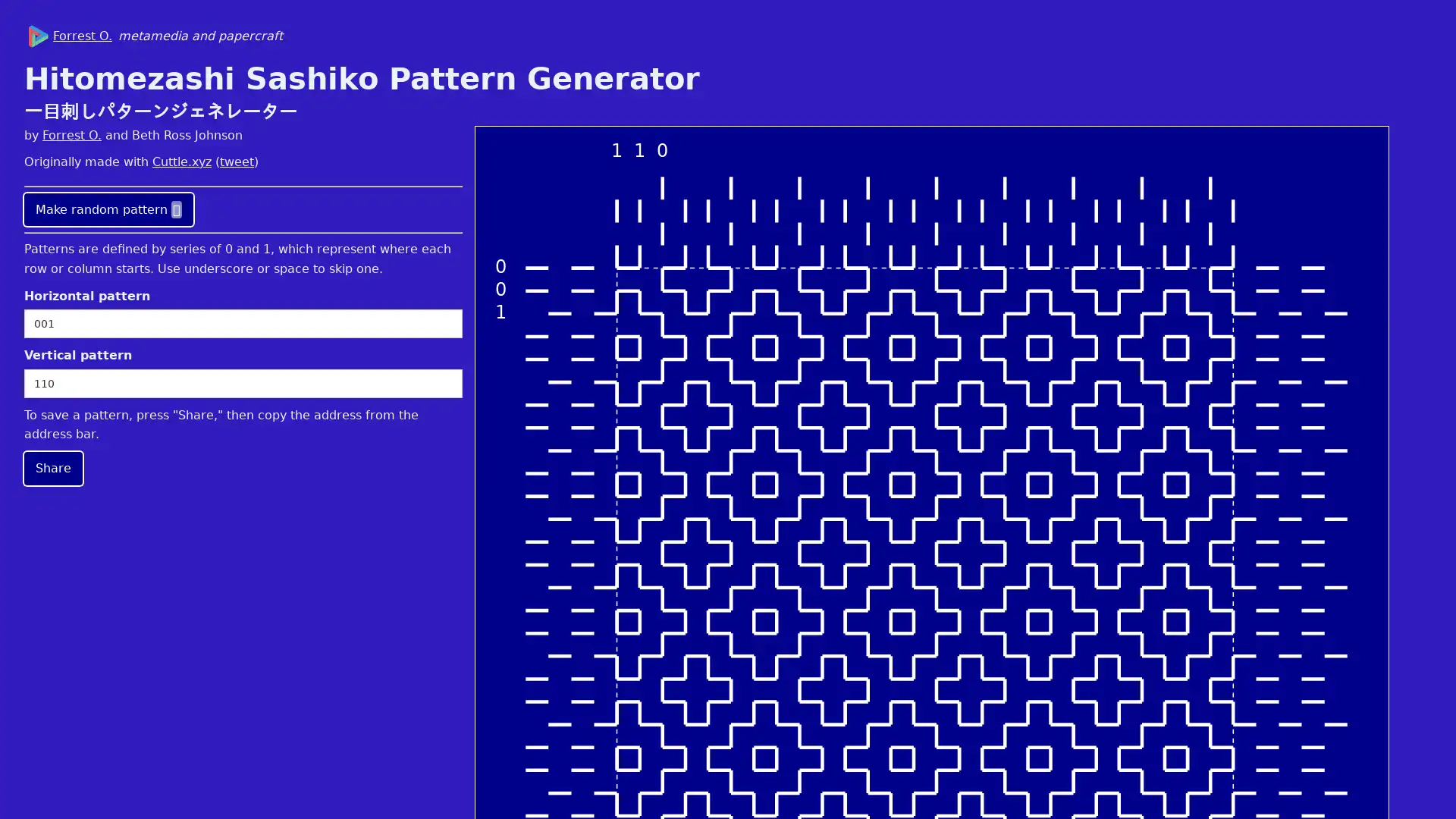 This screenshot has width=1456, height=819. Describe the element at coordinates (108, 209) in the screenshot. I see `Make random pattern` at that location.